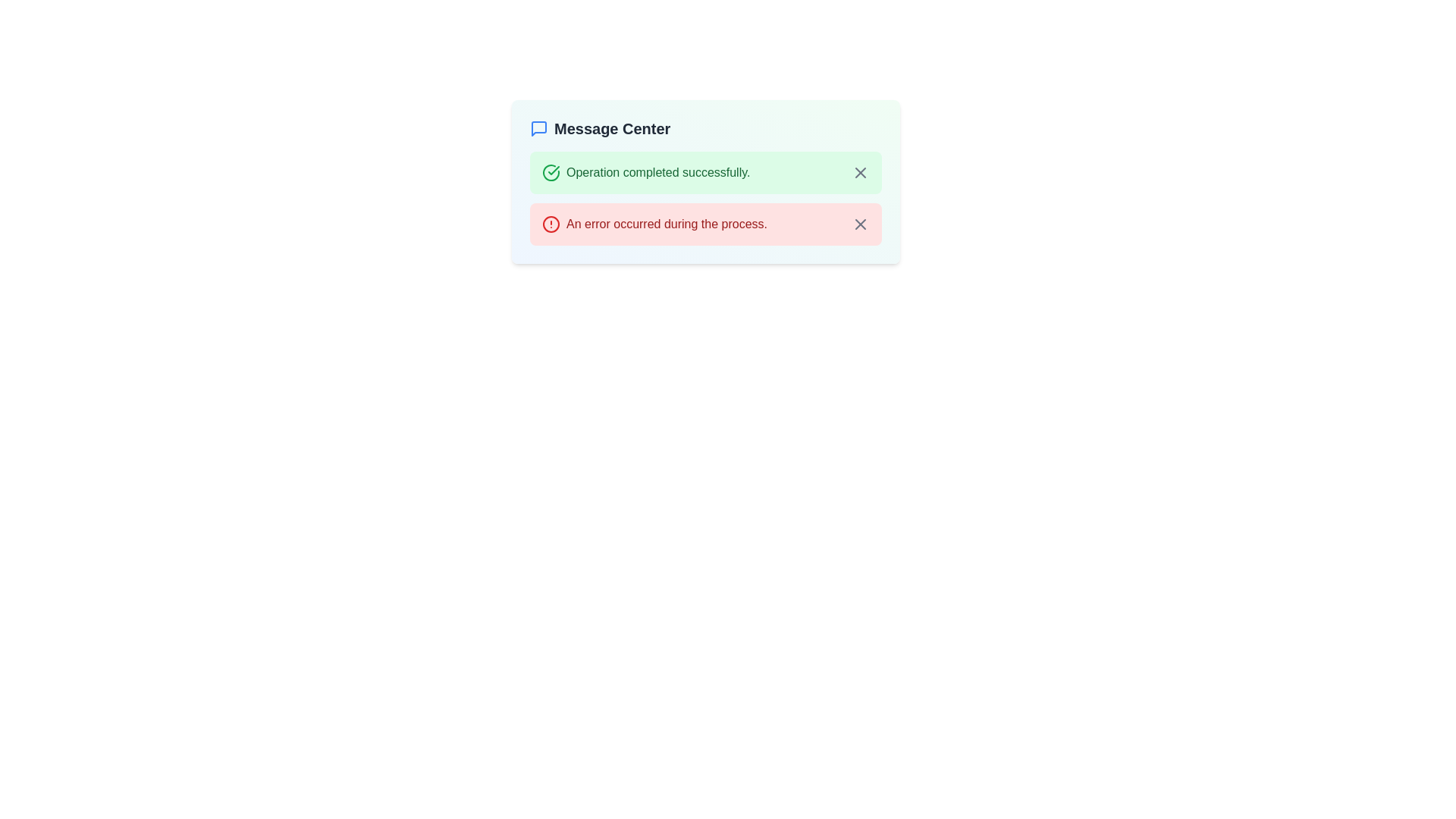 This screenshot has width=1456, height=819. Describe the element at coordinates (645, 171) in the screenshot. I see `the success message from the first Notification item within the green notification box in the Message Center` at that location.